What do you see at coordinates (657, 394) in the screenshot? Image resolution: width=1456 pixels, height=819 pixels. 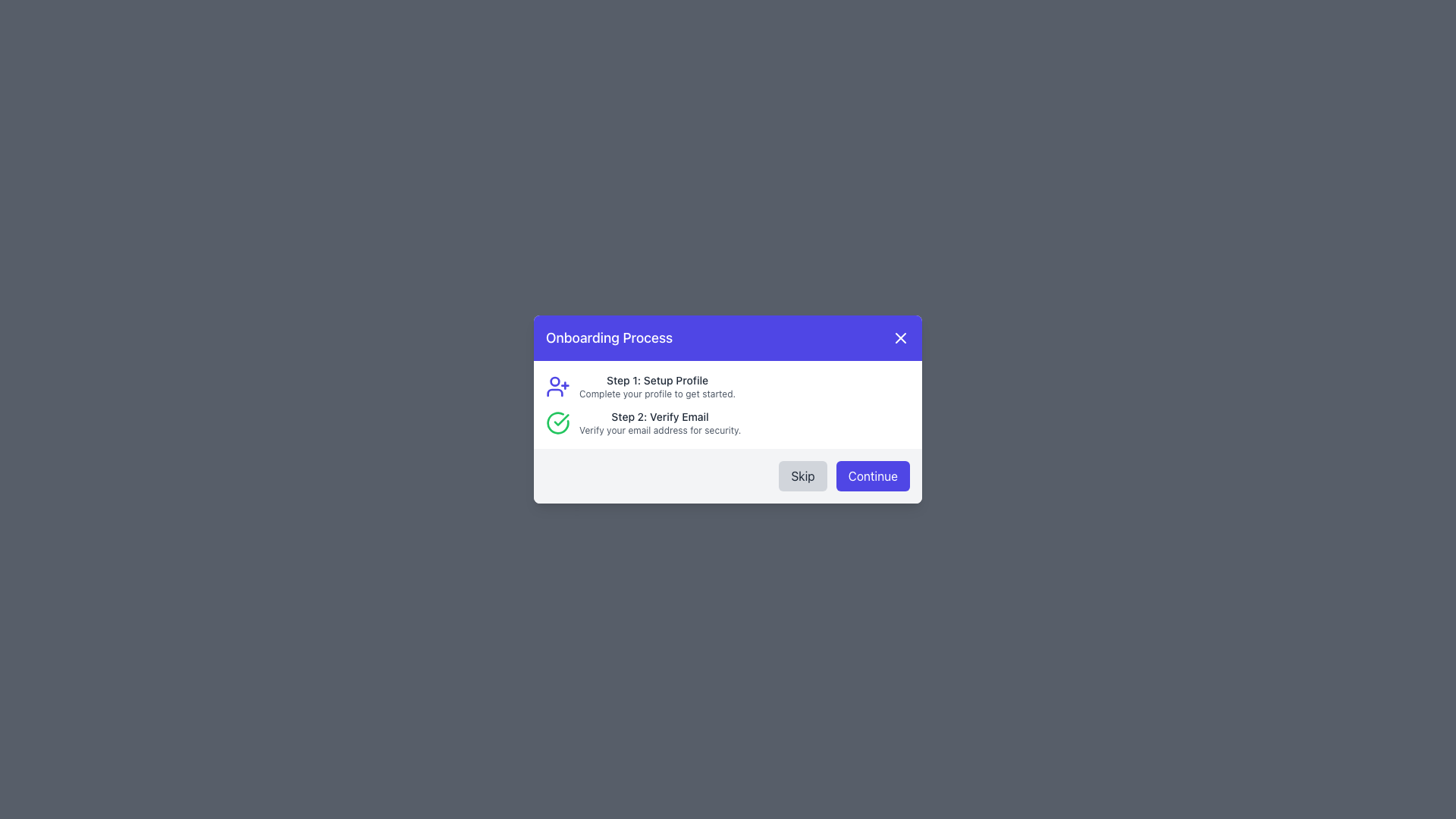 I see `text label that says 'Complete your profile to get started.' which is positioned below the heading 'Step 1: Setup Profile' in the onboarding process panel` at bounding box center [657, 394].